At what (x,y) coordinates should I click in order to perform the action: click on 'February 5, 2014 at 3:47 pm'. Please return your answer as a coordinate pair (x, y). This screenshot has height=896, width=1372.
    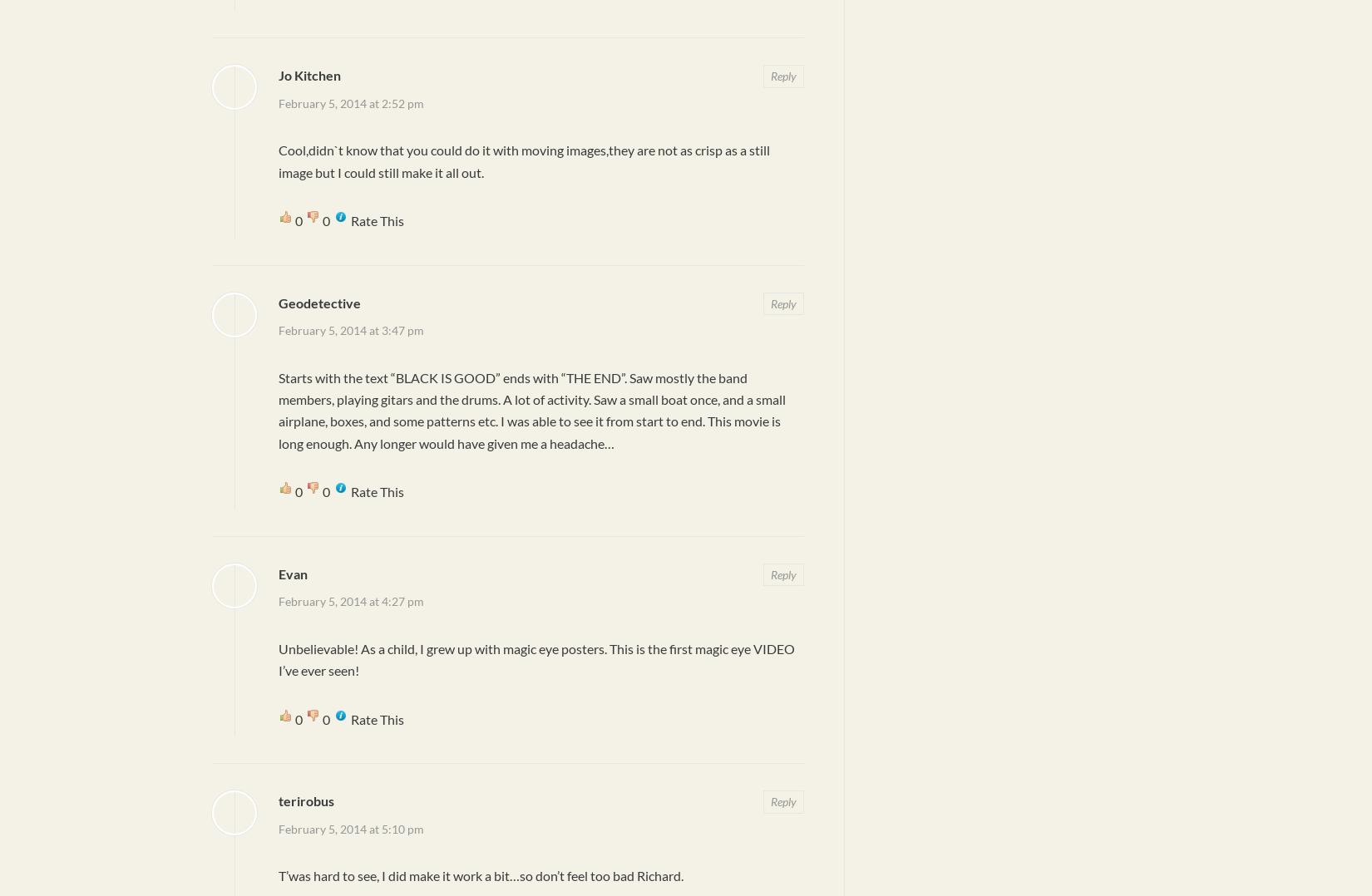
    Looking at the image, I should click on (350, 329).